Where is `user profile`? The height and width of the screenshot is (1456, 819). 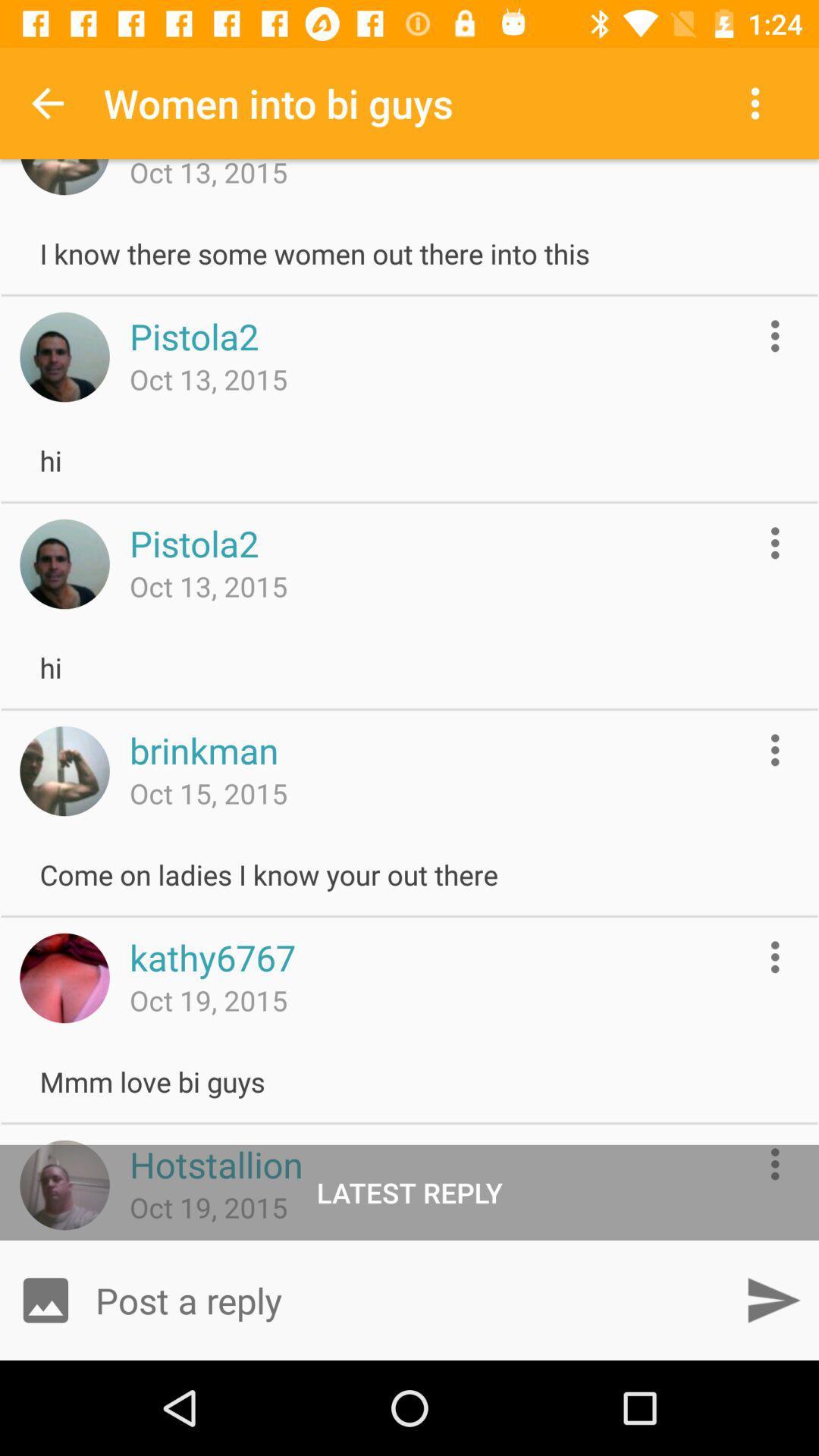 user profile is located at coordinates (64, 978).